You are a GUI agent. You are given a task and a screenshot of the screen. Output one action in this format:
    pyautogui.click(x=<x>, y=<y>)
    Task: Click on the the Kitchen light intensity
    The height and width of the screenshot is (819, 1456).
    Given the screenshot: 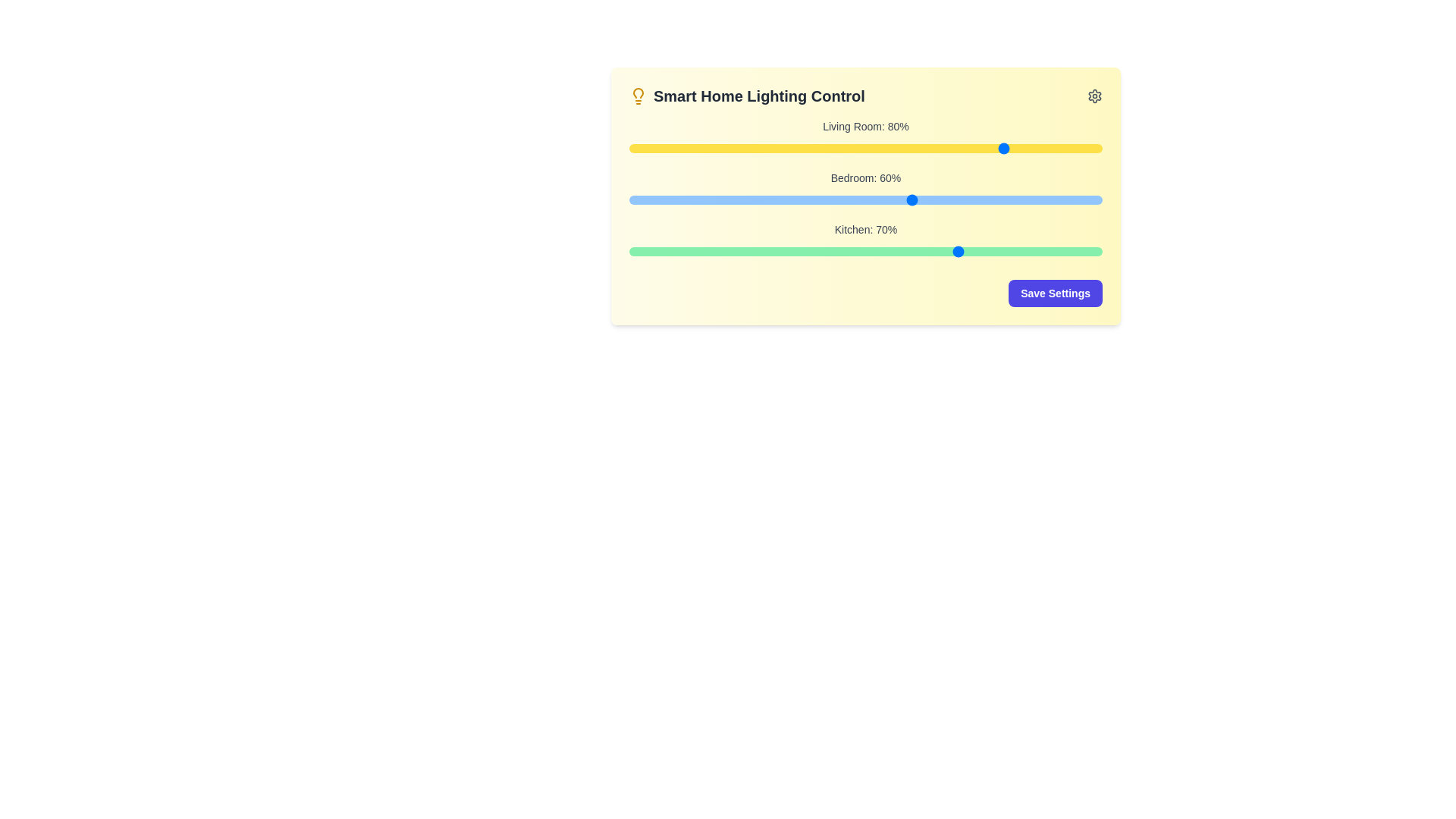 What is the action you would take?
    pyautogui.click(x=662, y=250)
    